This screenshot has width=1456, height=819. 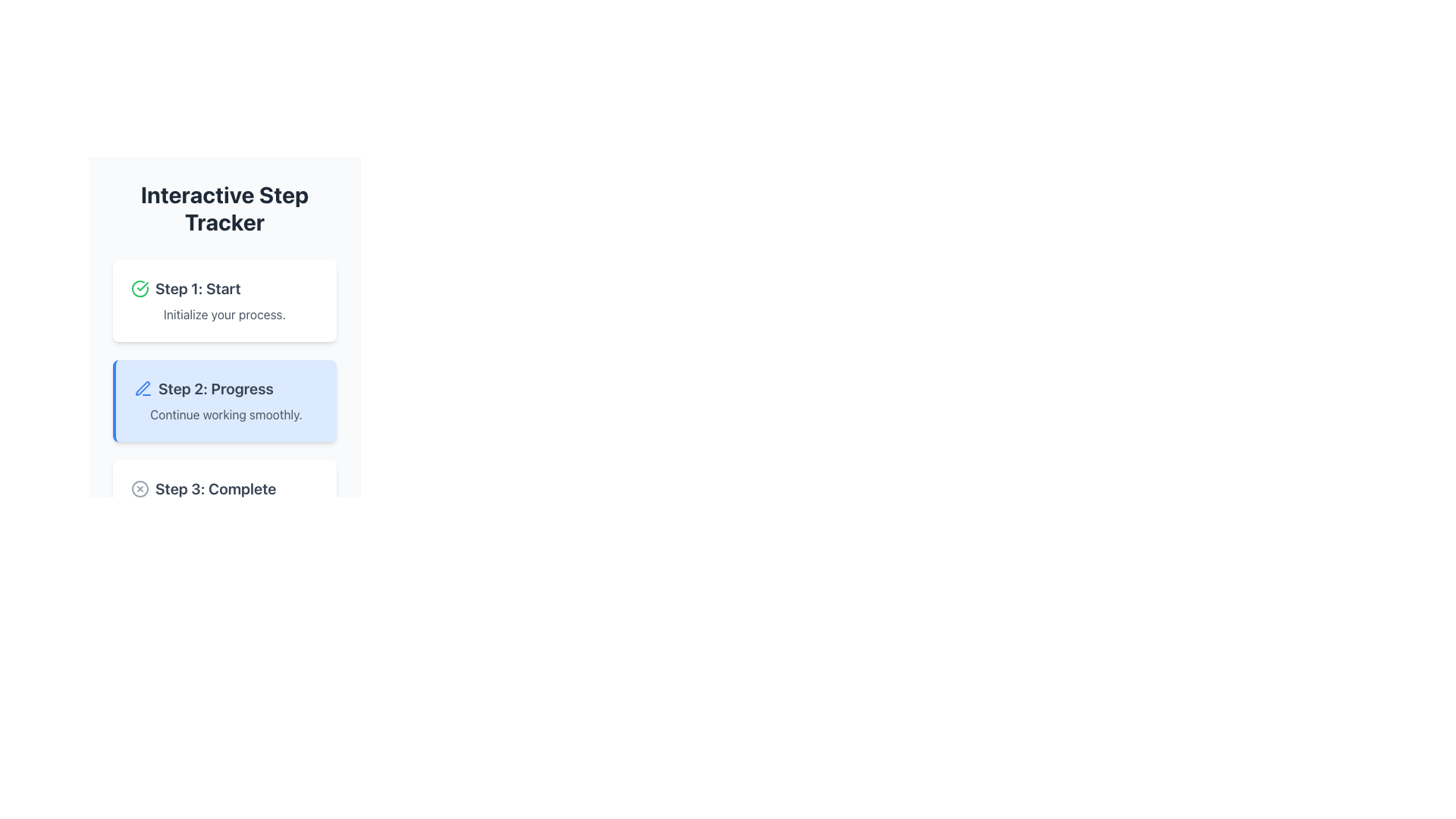 I want to click on the text display component styled as a card that presents 'Step 2' in a sequential process display, which provides guidance like 'Continue working smoothly.', so click(x=224, y=400).